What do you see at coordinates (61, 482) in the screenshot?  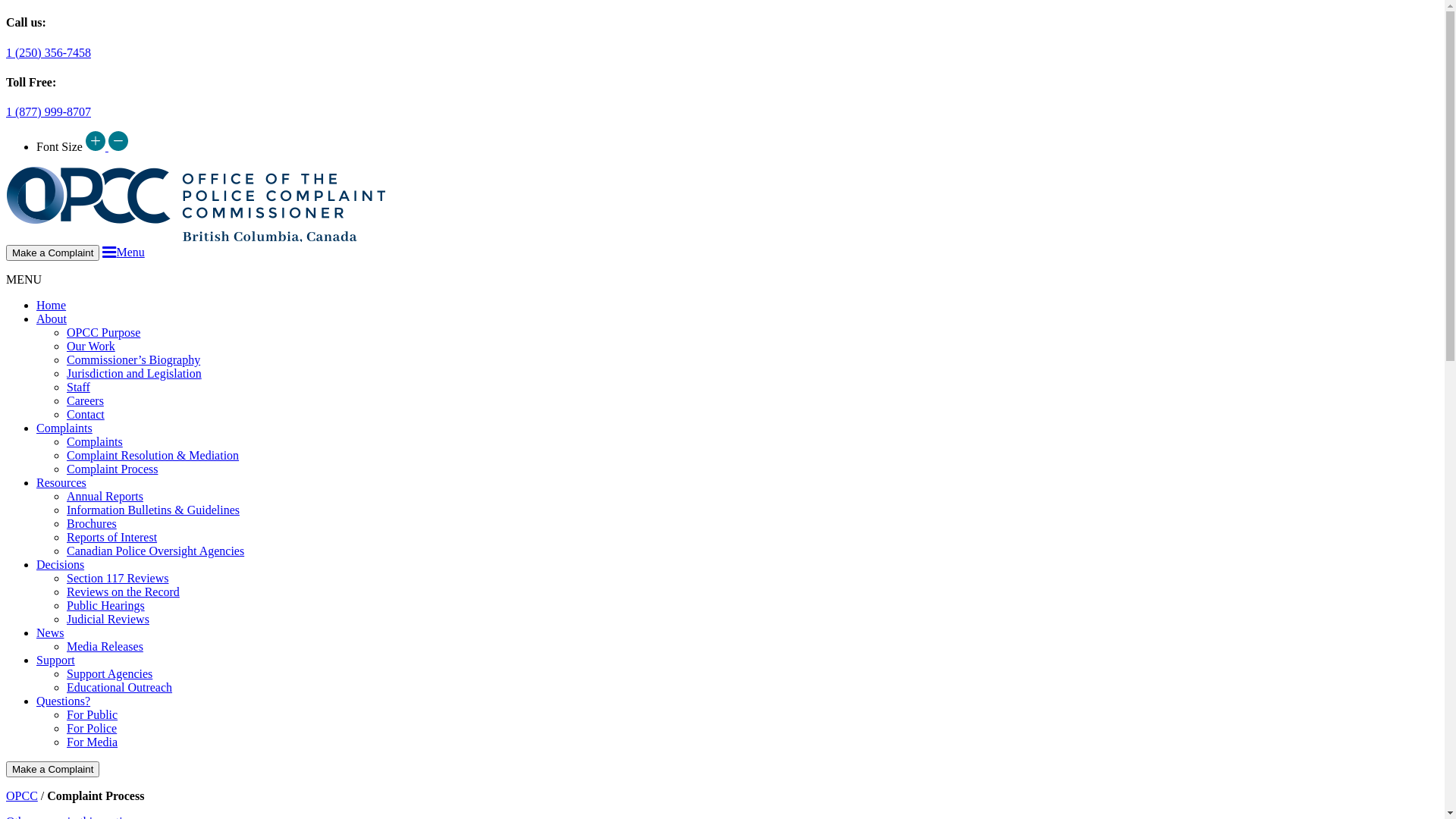 I see `'Resources'` at bounding box center [61, 482].